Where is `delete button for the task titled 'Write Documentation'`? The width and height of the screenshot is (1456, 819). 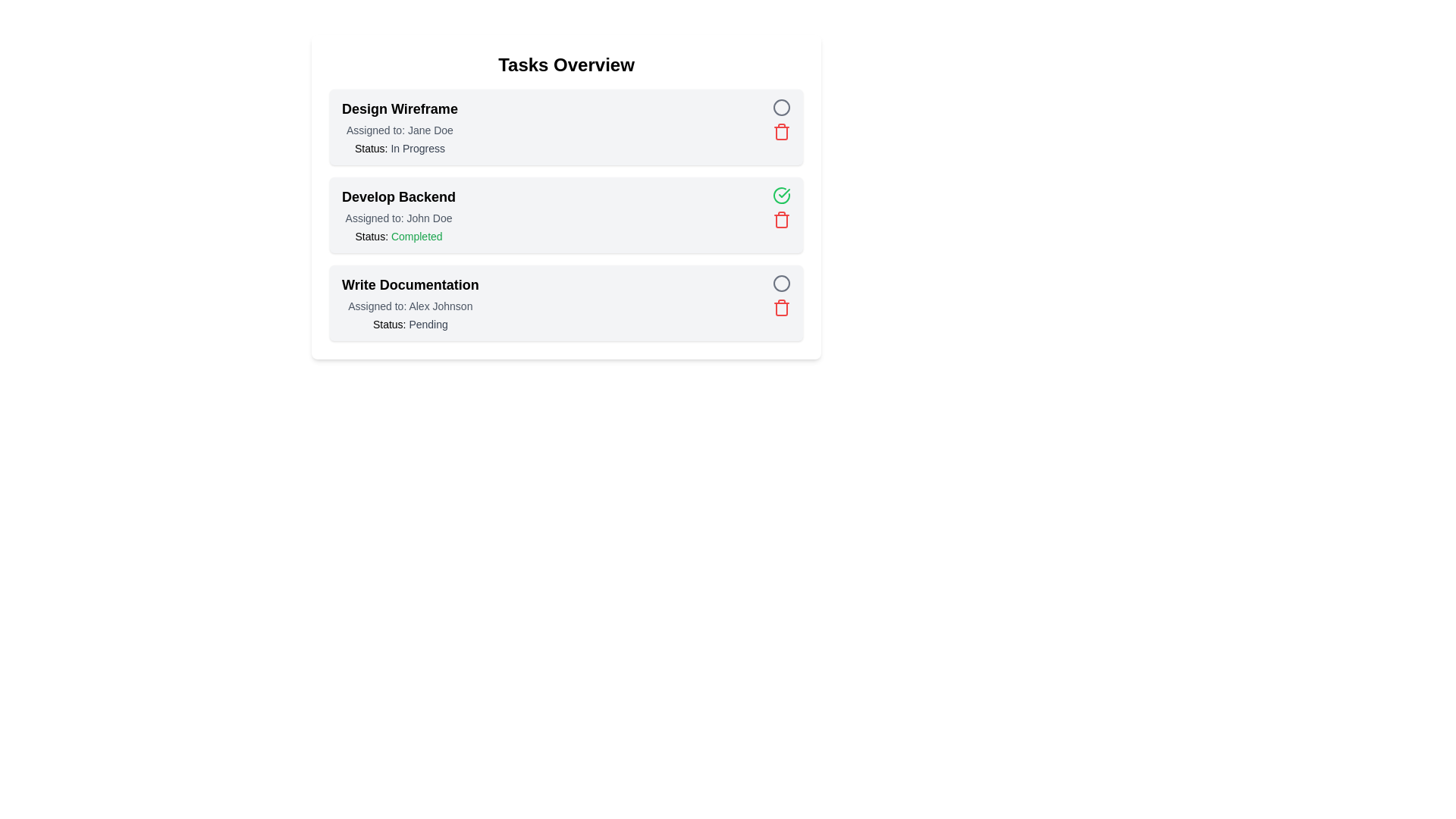
delete button for the task titled 'Write Documentation' is located at coordinates (782, 307).